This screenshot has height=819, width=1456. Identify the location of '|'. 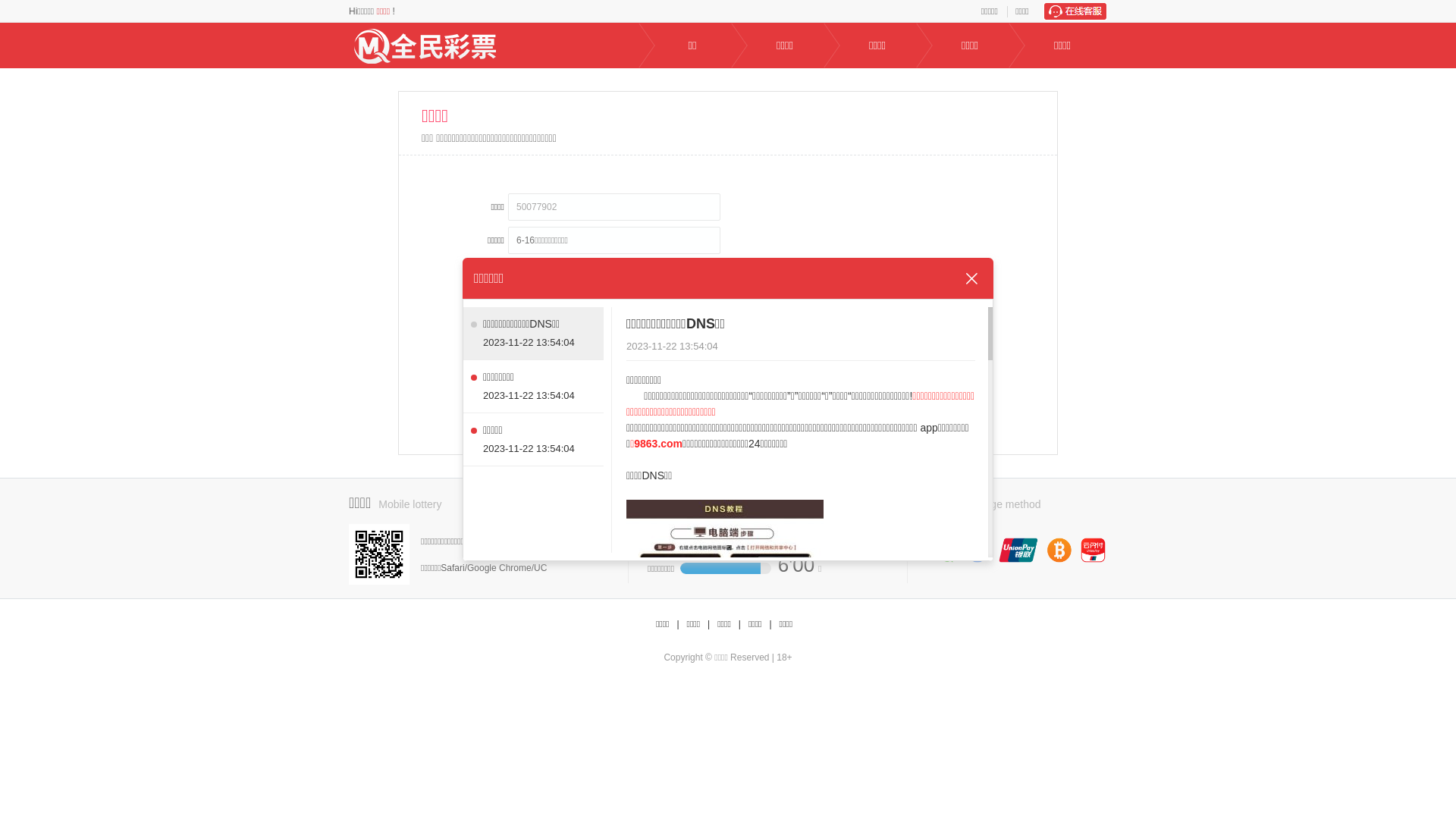
(706, 624).